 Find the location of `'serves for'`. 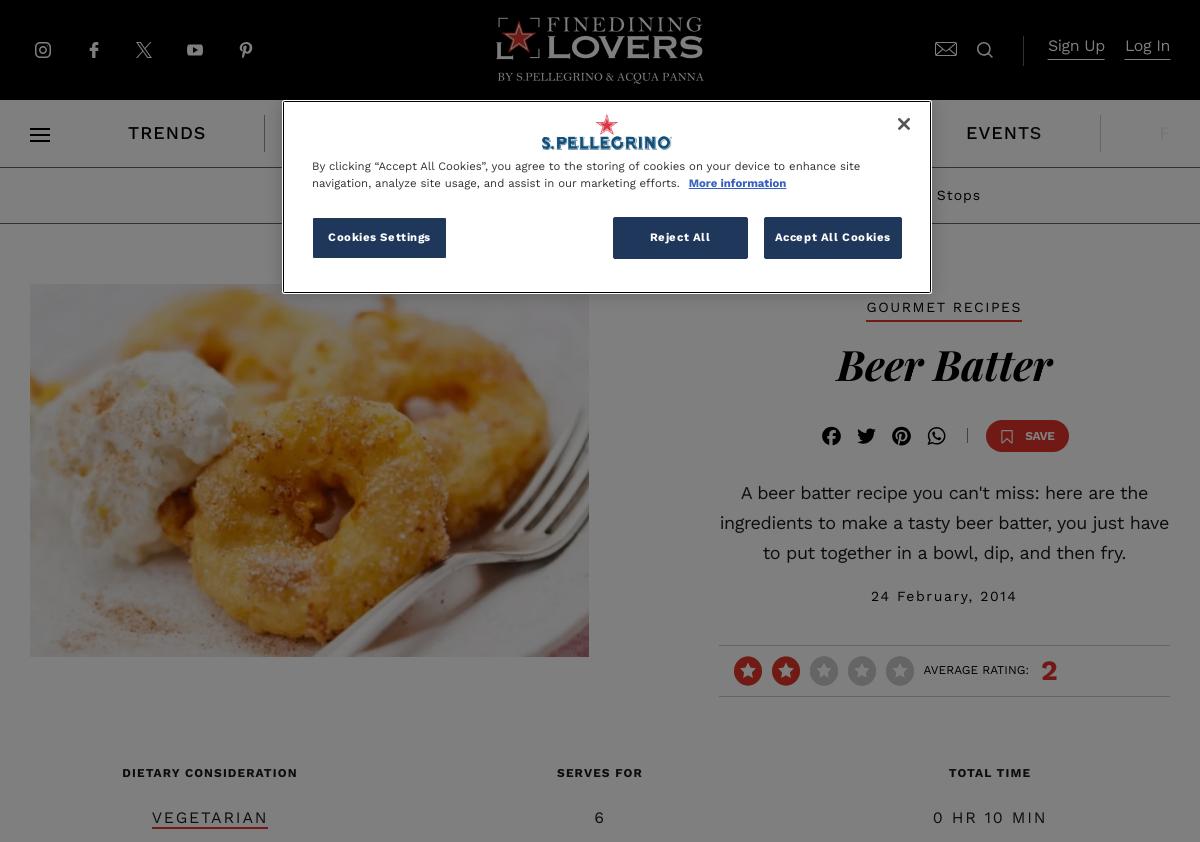

'serves for' is located at coordinates (598, 772).